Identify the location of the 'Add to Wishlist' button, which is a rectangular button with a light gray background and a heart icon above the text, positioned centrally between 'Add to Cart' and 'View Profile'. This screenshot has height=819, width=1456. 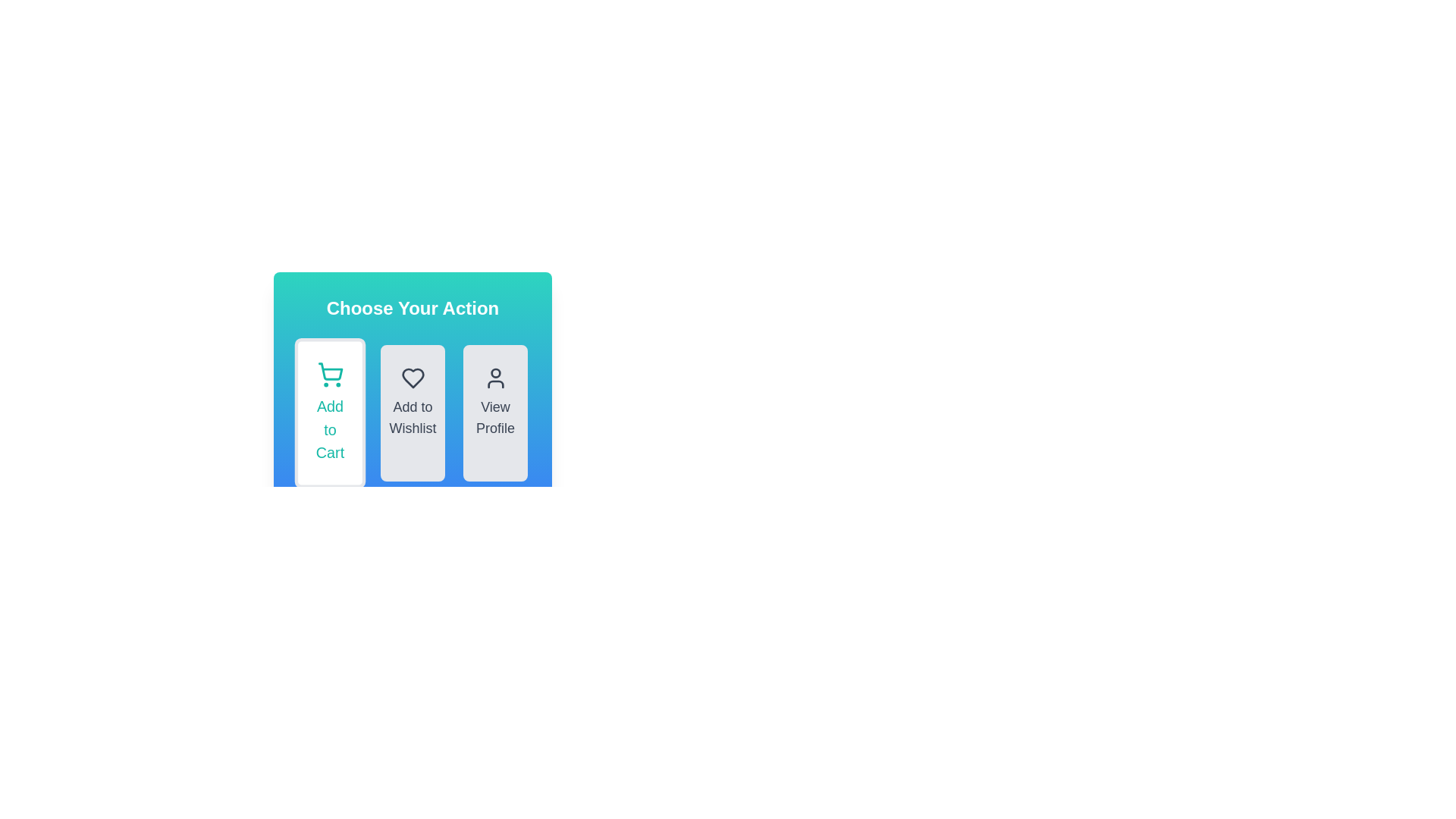
(413, 413).